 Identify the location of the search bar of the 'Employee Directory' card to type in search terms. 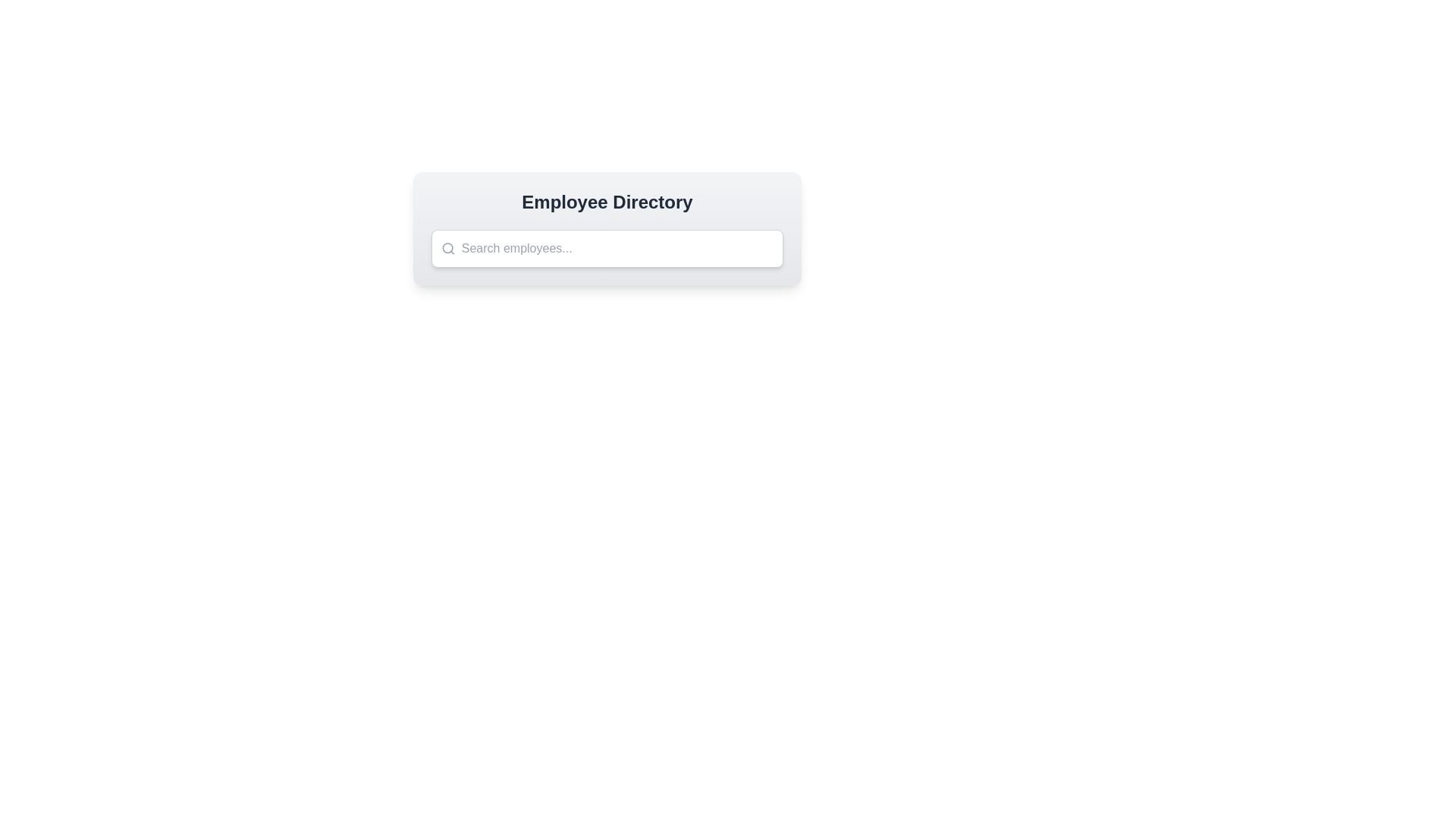
(607, 228).